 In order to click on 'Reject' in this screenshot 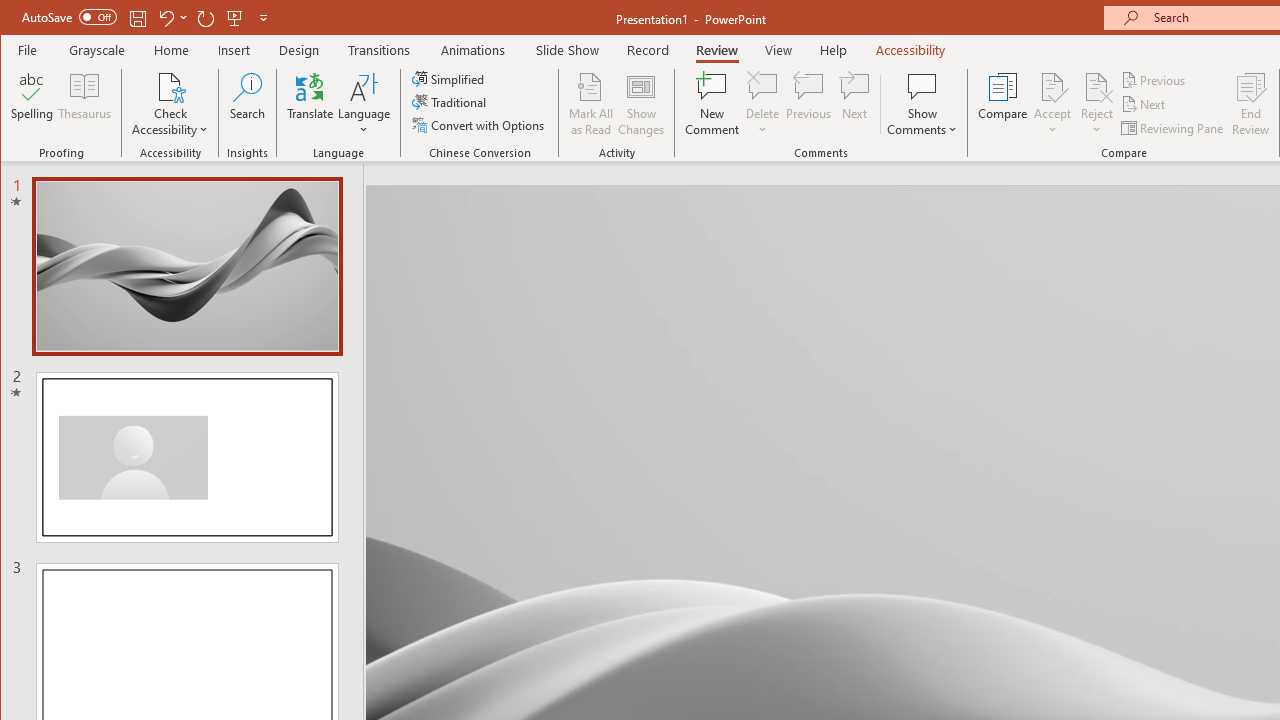, I will do `click(1095, 104)`.